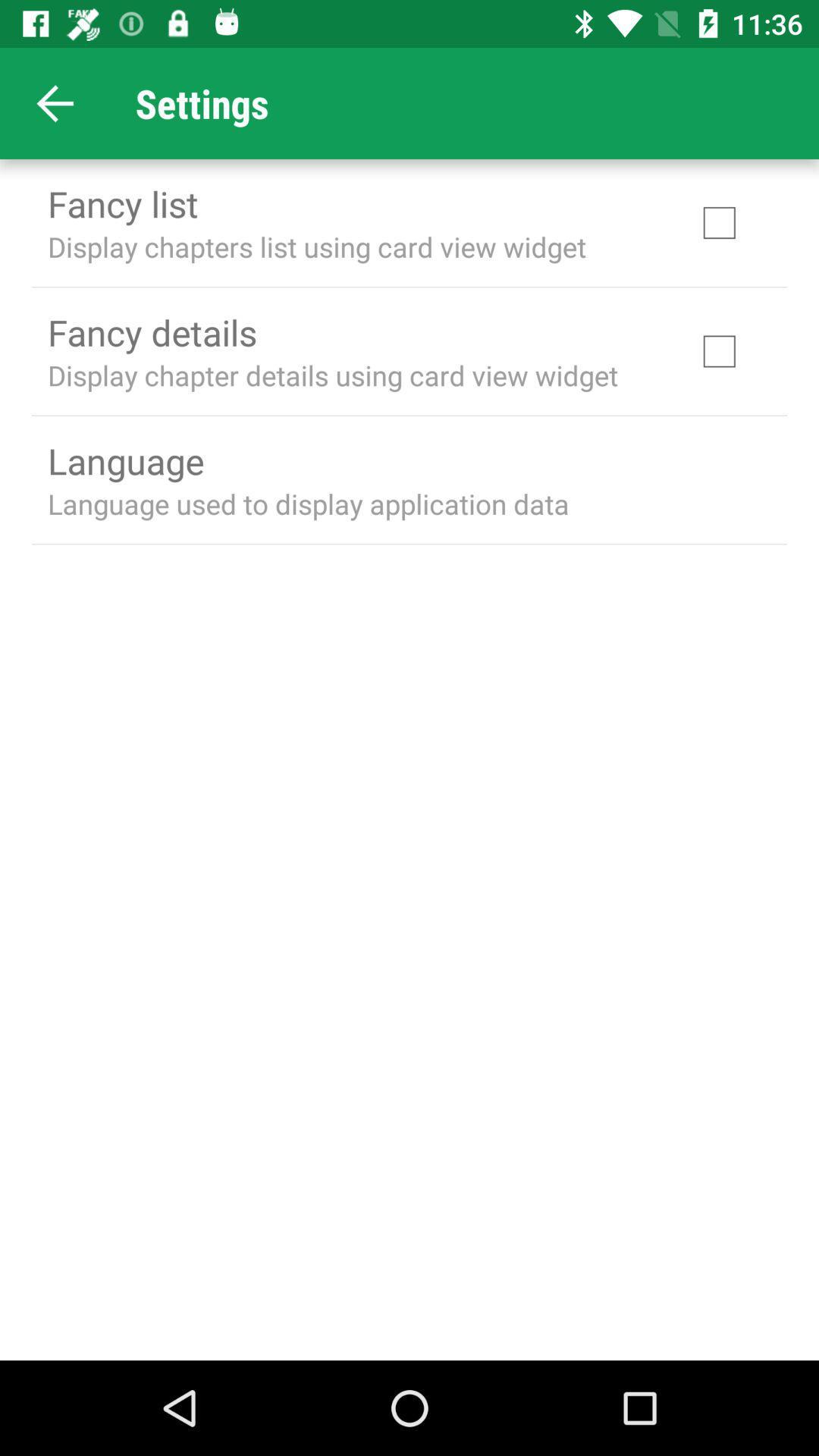 The width and height of the screenshot is (819, 1456). What do you see at coordinates (316, 246) in the screenshot?
I see `the display chapters list icon` at bounding box center [316, 246].